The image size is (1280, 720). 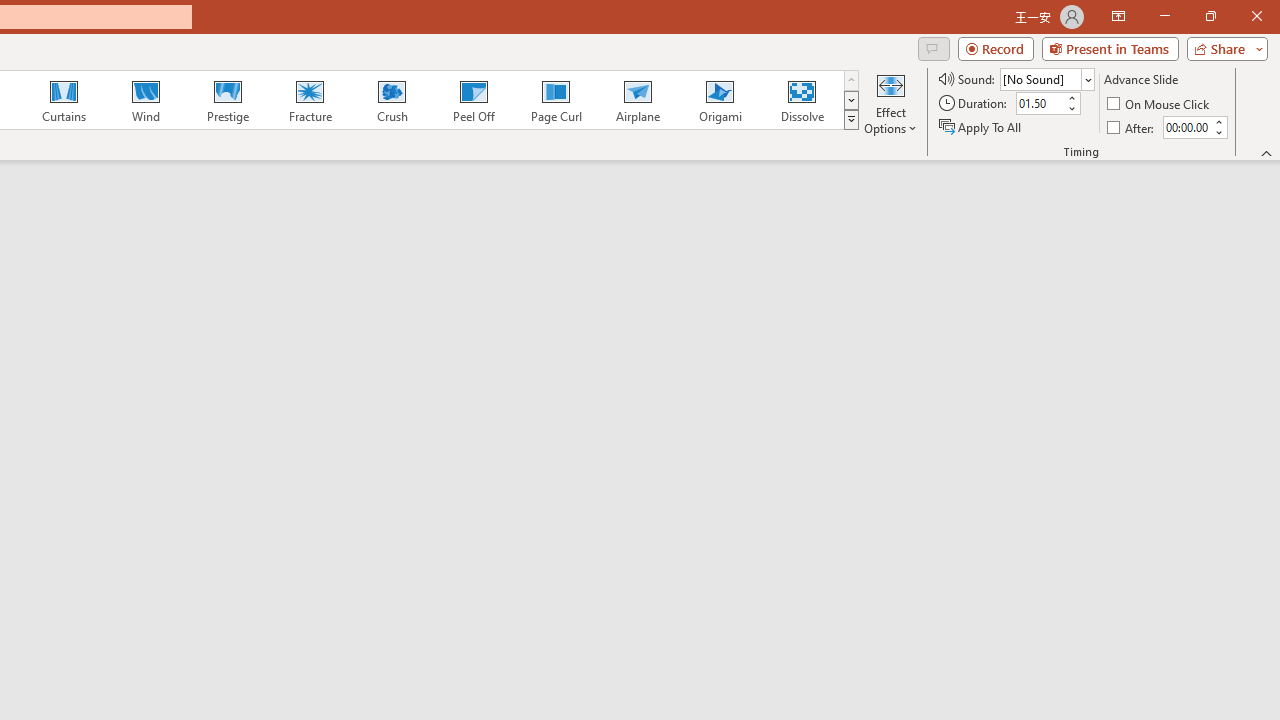 I want to click on 'Page Curl', so click(x=555, y=100).